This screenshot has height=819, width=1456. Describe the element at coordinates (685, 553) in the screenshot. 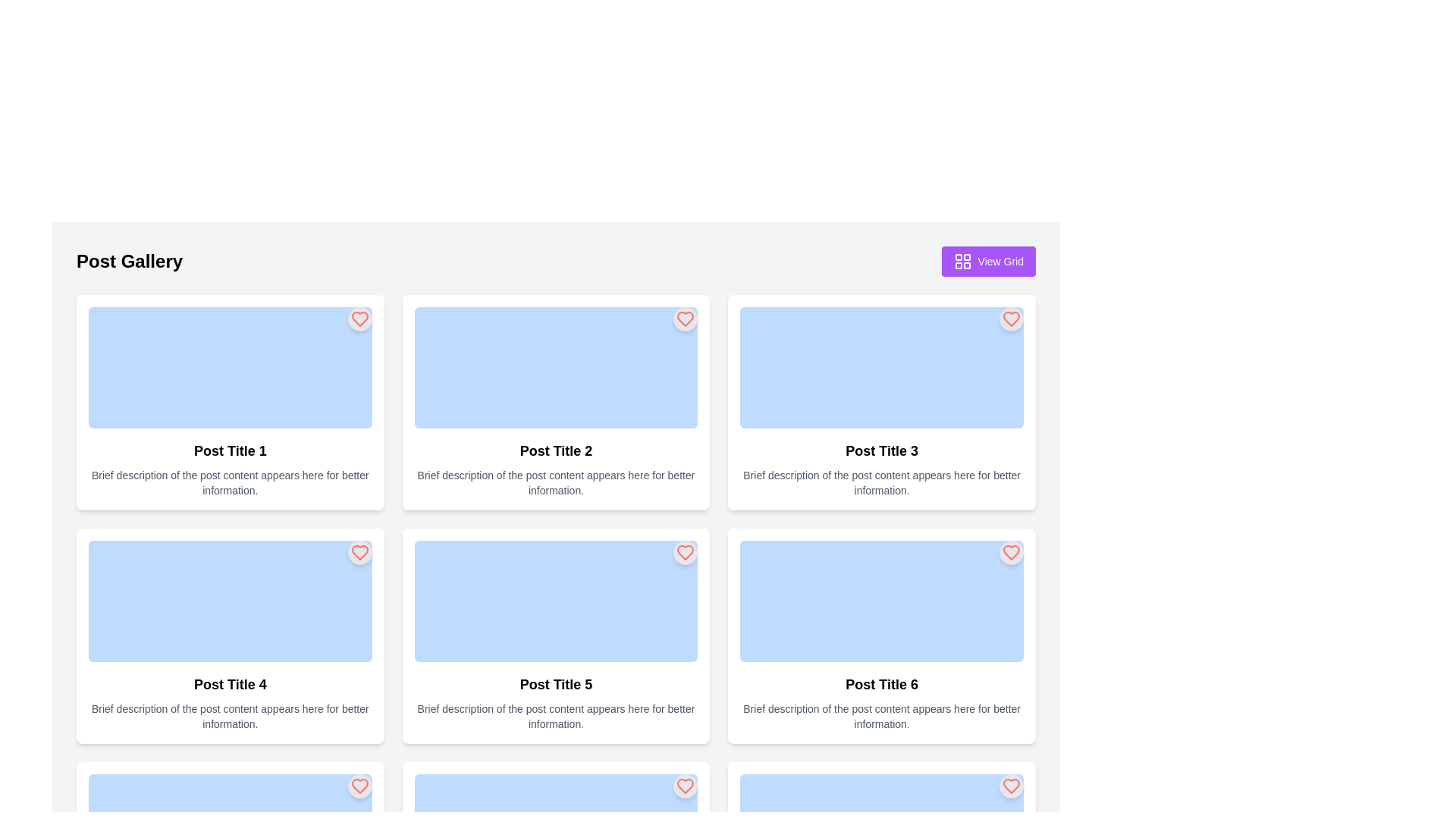

I see `the circular button with a gray background and red heart icon located in the top-right corner of the 'Post Title 5' card` at that location.